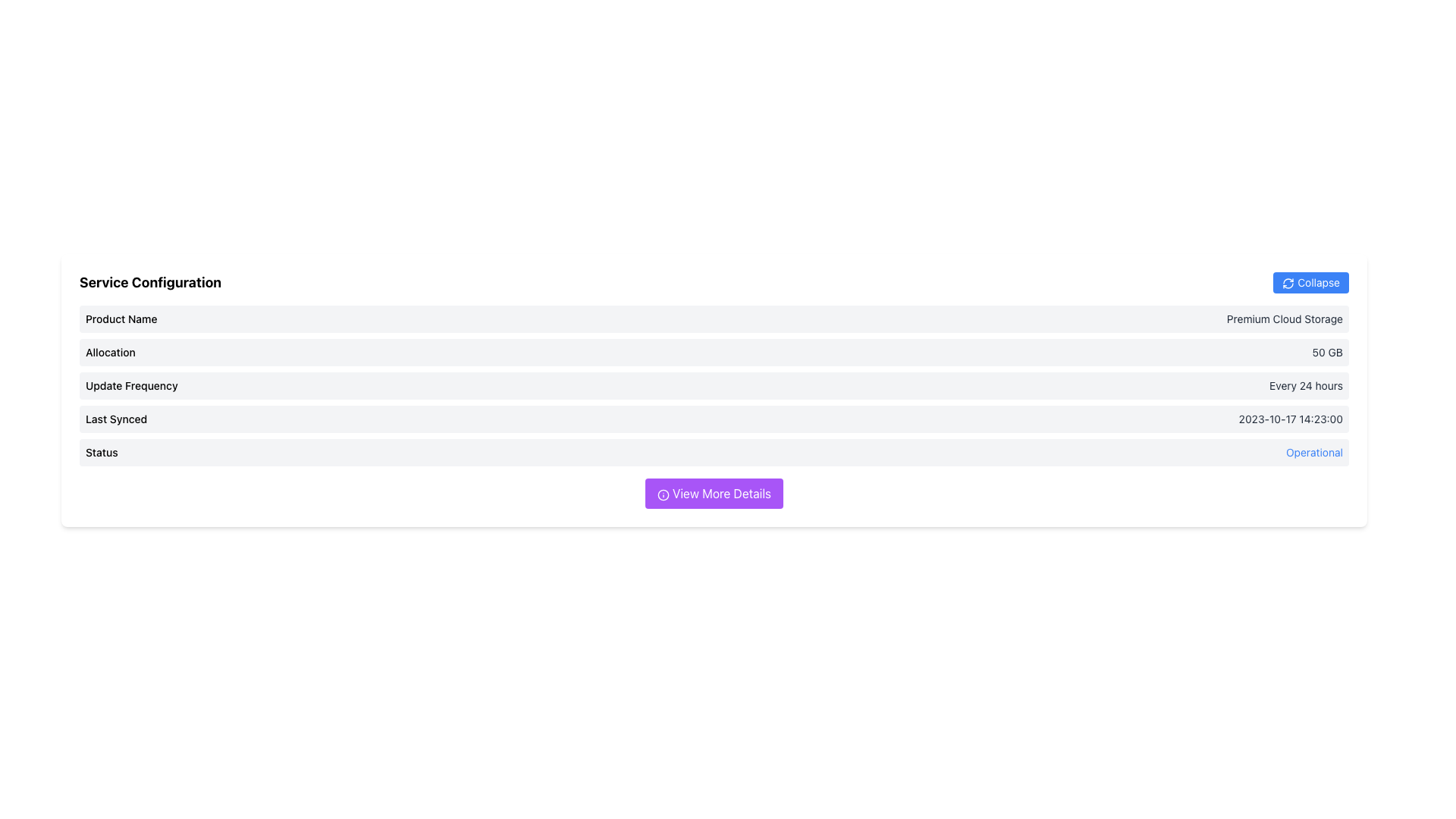 The height and width of the screenshot is (819, 1456). What do you see at coordinates (1288, 284) in the screenshot?
I see `the circular refresh icon, which is located within the blue rectangular button labeled 'Collapse' in the top-right corner of the card layout` at bounding box center [1288, 284].